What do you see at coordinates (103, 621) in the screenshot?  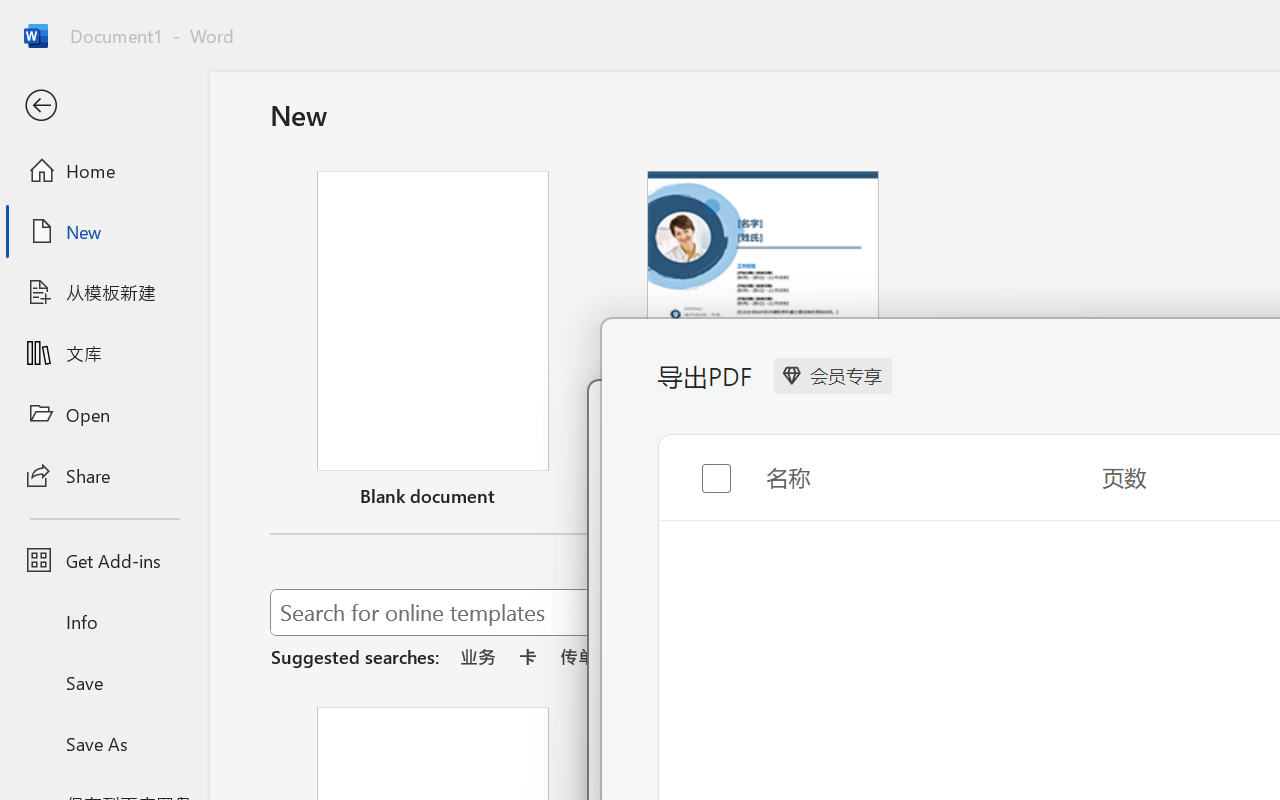 I see `'Info'` at bounding box center [103, 621].